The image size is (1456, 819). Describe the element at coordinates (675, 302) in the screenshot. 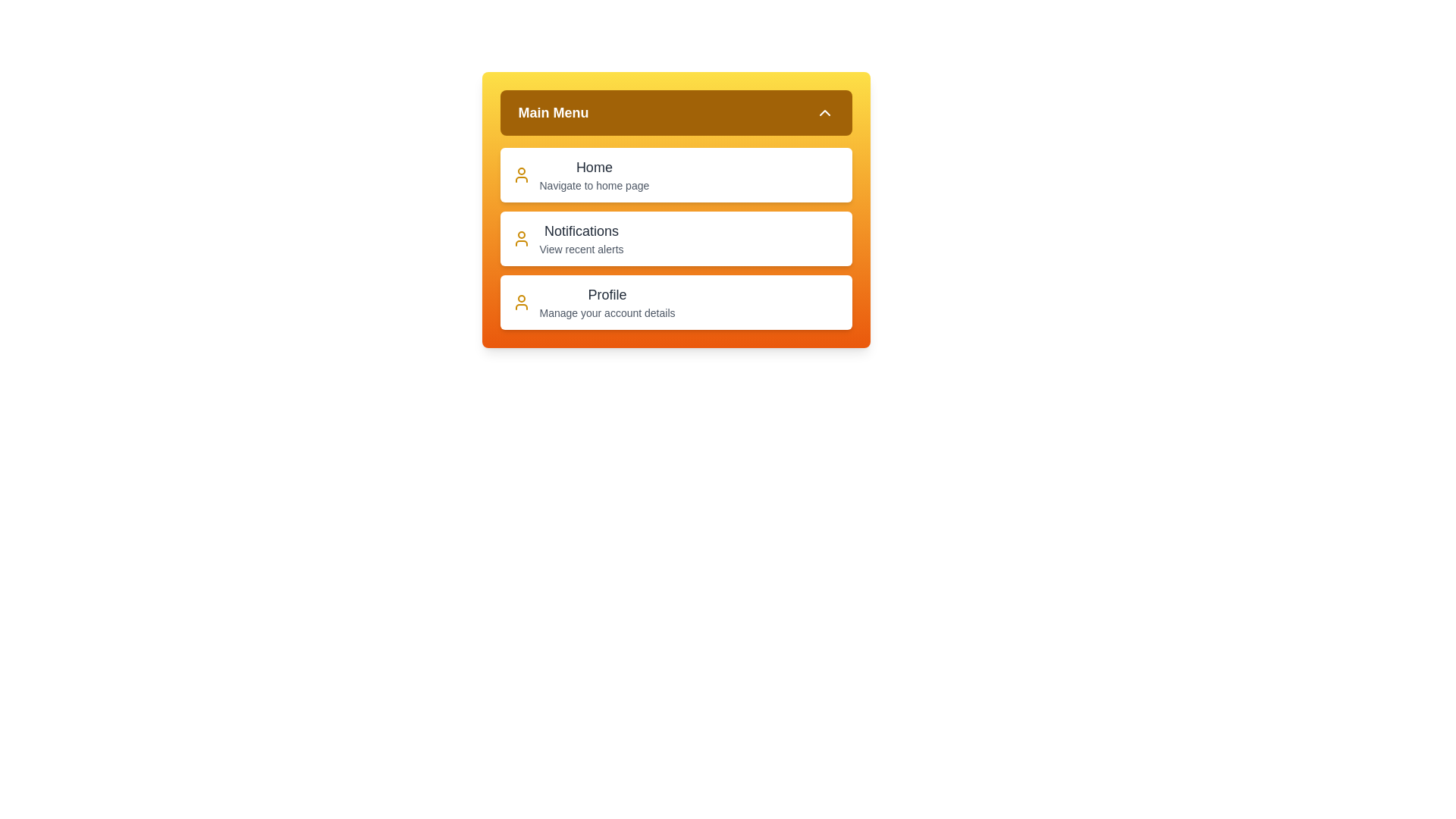

I see `the menu item Profile from the interactive menu` at that location.